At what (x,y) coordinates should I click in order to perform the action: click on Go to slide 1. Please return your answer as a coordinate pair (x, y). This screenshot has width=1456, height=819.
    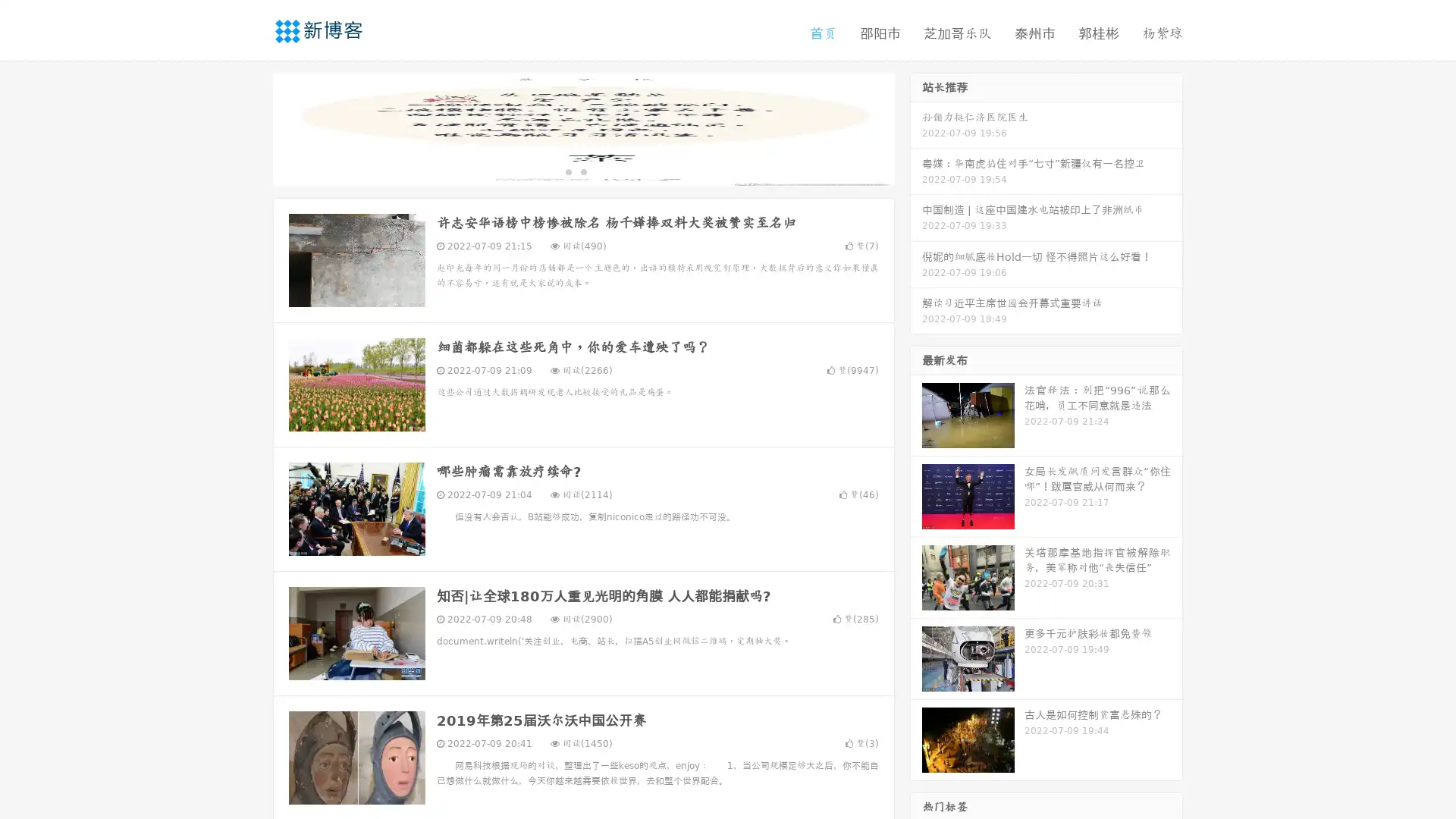
    Looking at the image, I should click on (567, 171).